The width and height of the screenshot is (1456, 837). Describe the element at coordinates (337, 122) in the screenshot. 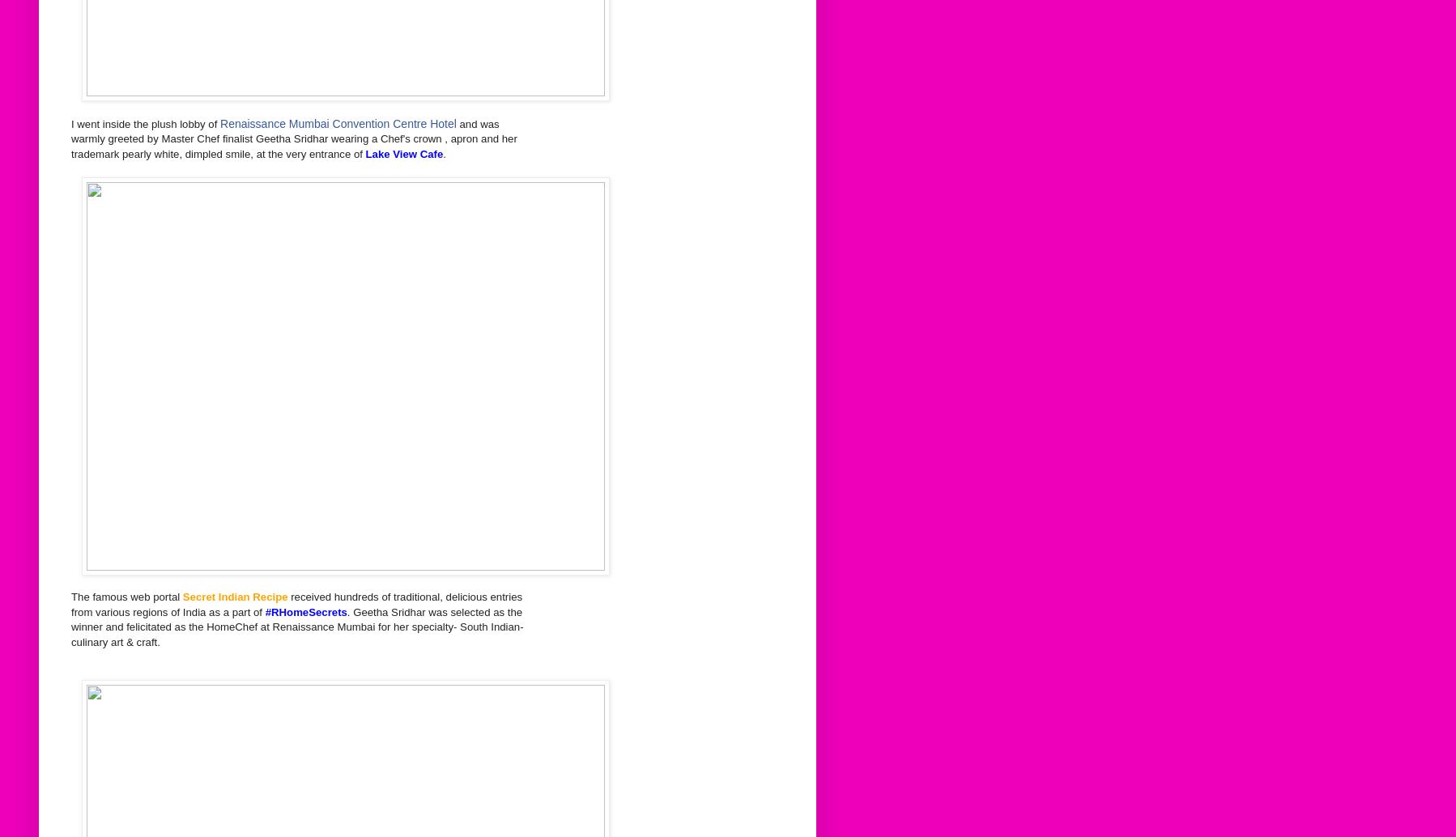

I see `'Renaissance Mumbai Convention Centre Hotel'` at that location.